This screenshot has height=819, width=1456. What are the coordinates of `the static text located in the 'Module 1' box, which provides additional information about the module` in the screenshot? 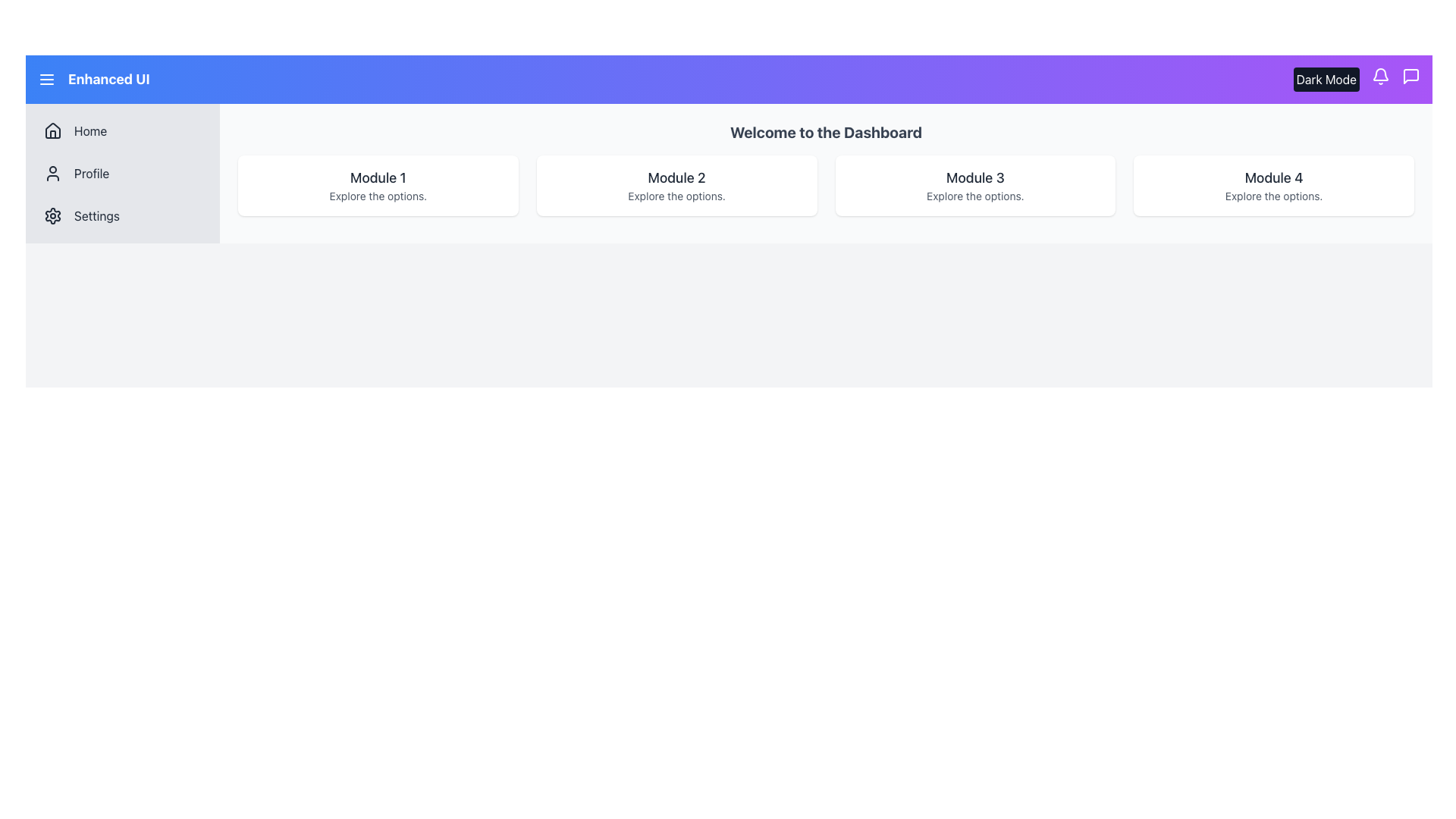 It's located at (378, 195).